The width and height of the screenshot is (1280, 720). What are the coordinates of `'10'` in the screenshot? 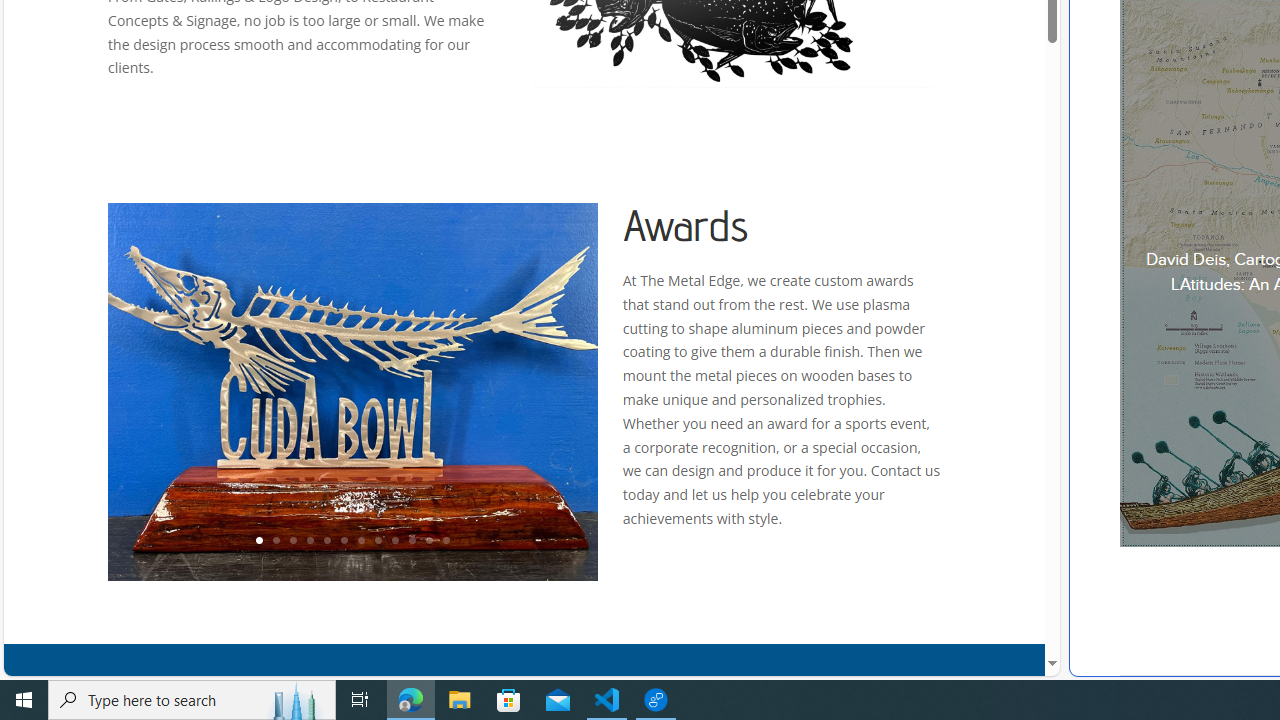 It's located at (411, 541).